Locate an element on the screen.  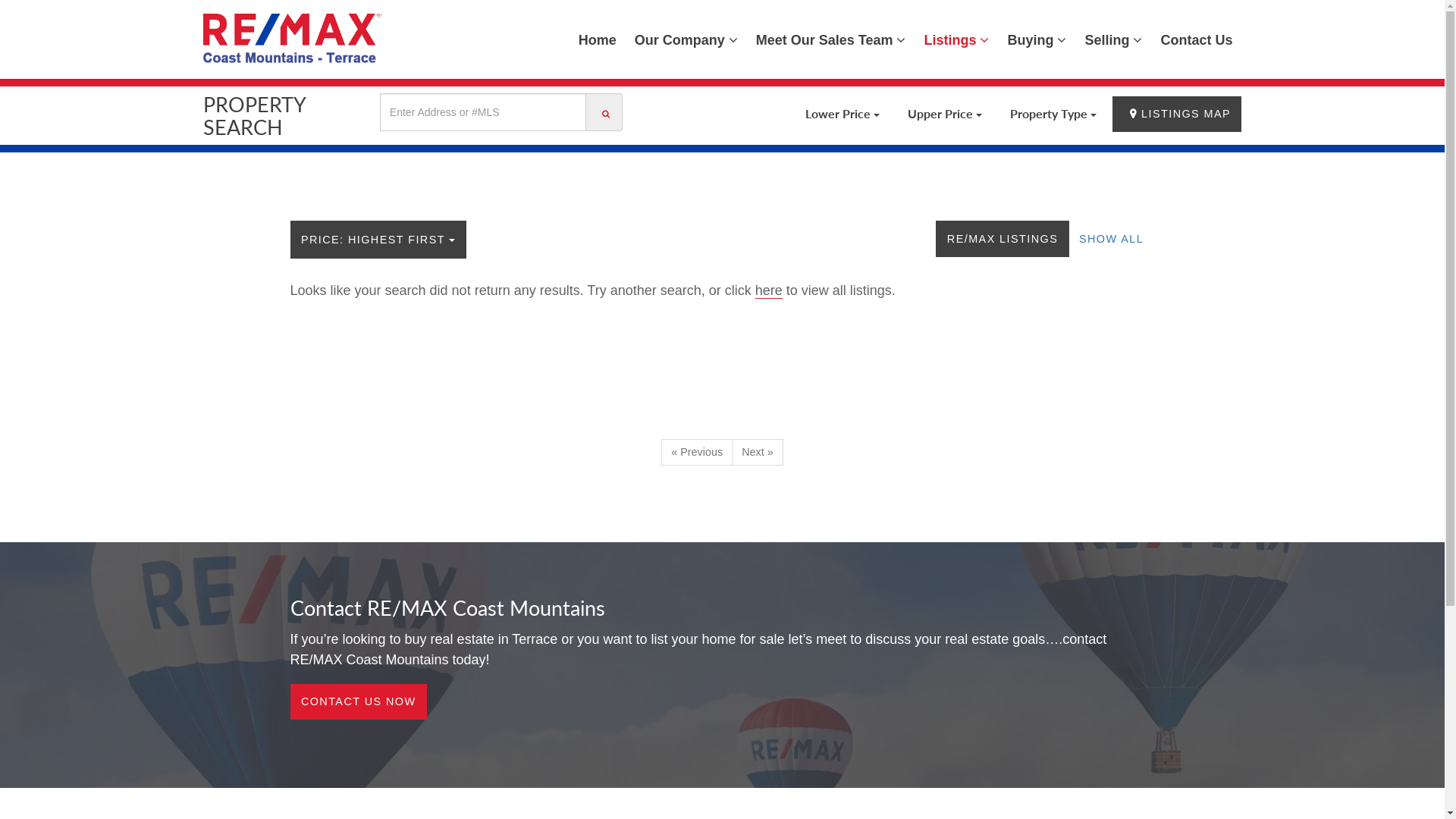
'Upper Price' is located at coordinates (944, 113).